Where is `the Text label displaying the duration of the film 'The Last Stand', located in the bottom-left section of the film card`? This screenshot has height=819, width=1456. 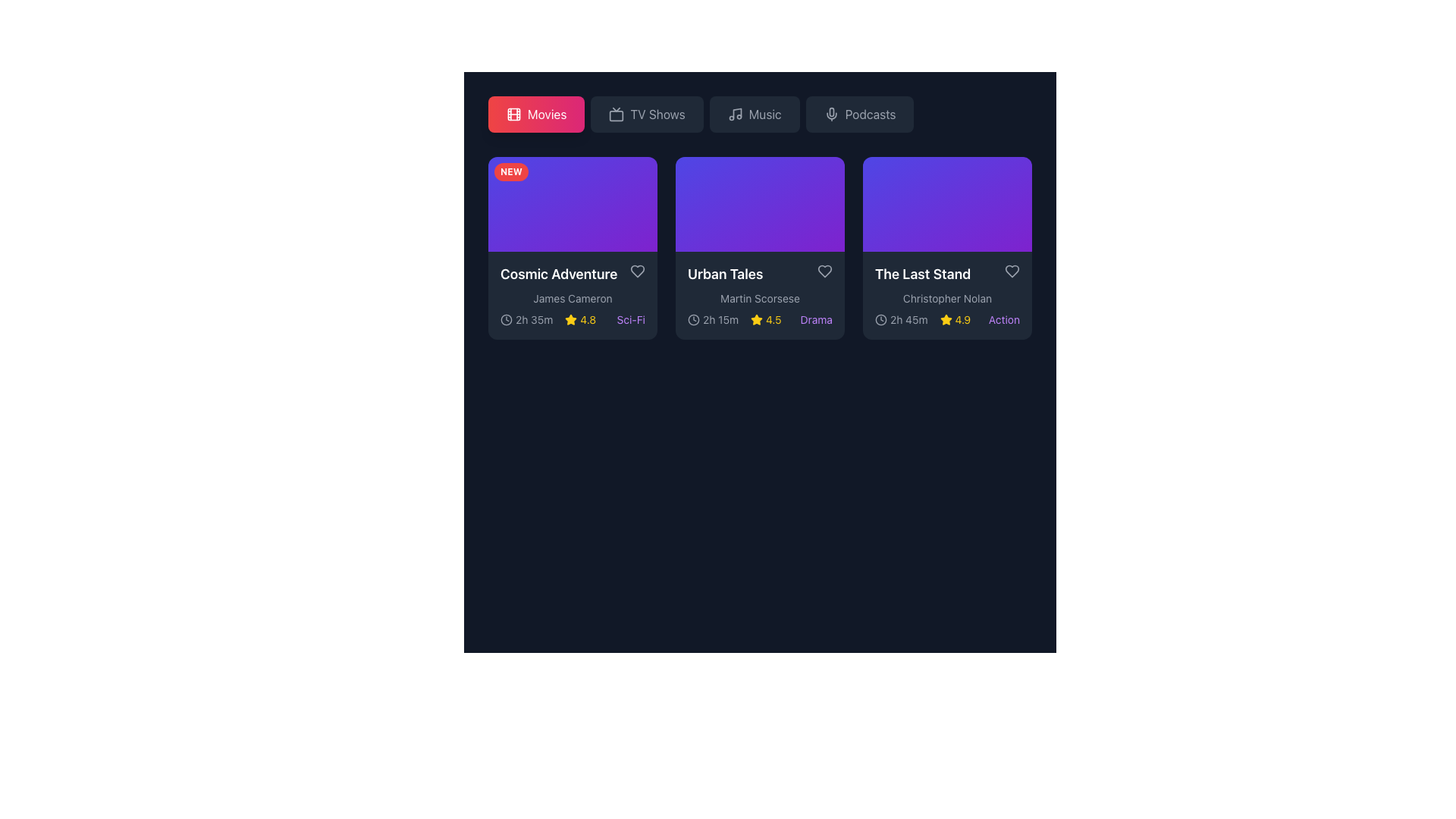 the Text label displaying the duration of the film 'The Last Stand', located in the bottom-left section of the film card is located at coordinates (908, 319).